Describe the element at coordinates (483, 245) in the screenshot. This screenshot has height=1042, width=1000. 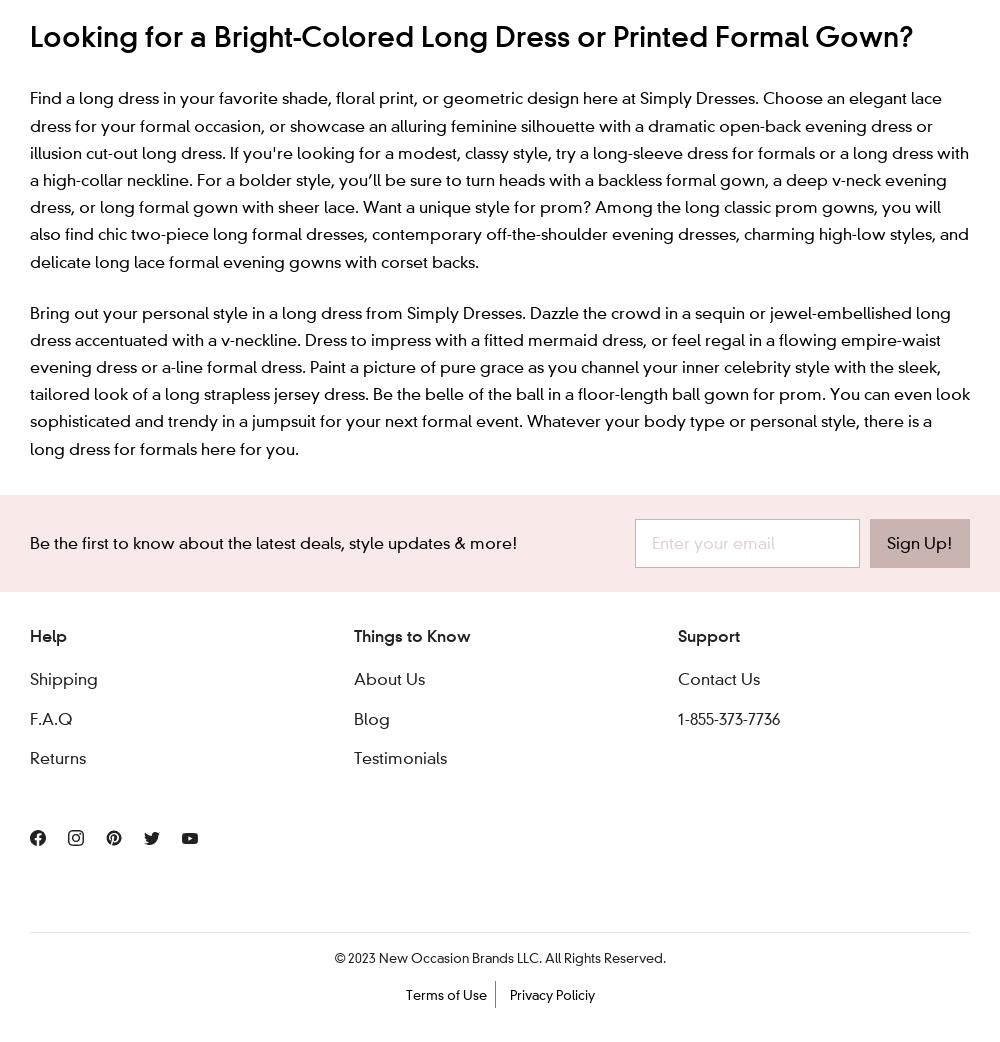
I see `'10'` at that location.